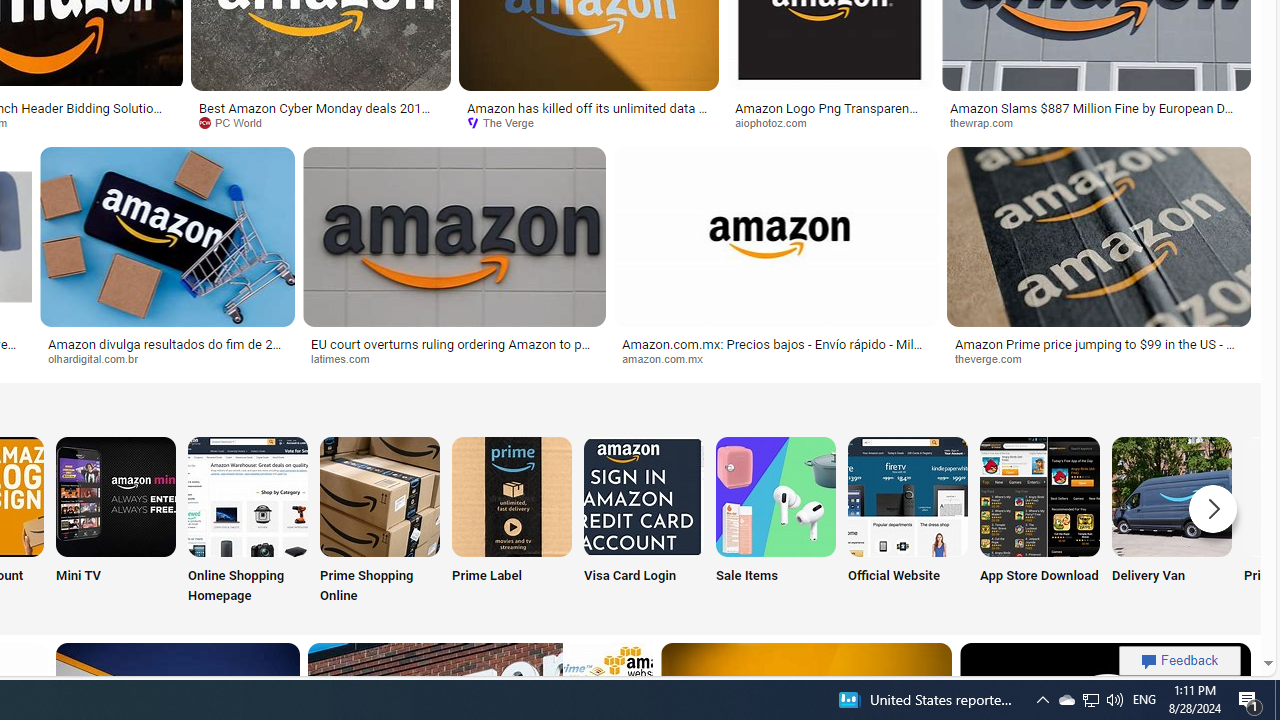 Image resolution: width=1280 pixels, height=720 pixels. I want to click on 'PC World', so click(237, 122).